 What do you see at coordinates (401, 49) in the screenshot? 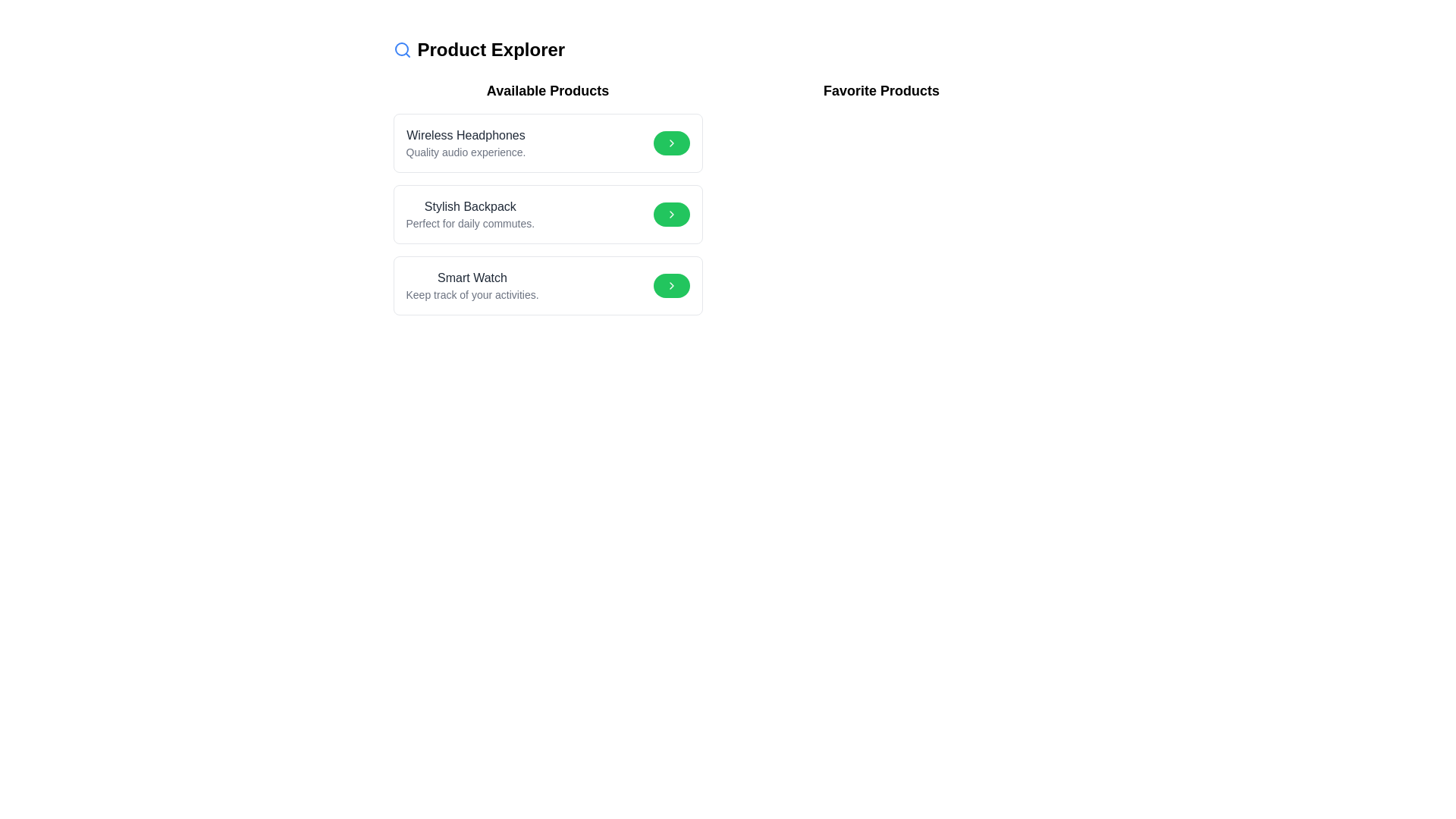
I see `the decorative circle representing the lens of the magnifier icon, located near the top-left corner of the interface next to the 'Product Explorer' title` at bounding box center [401, 49].